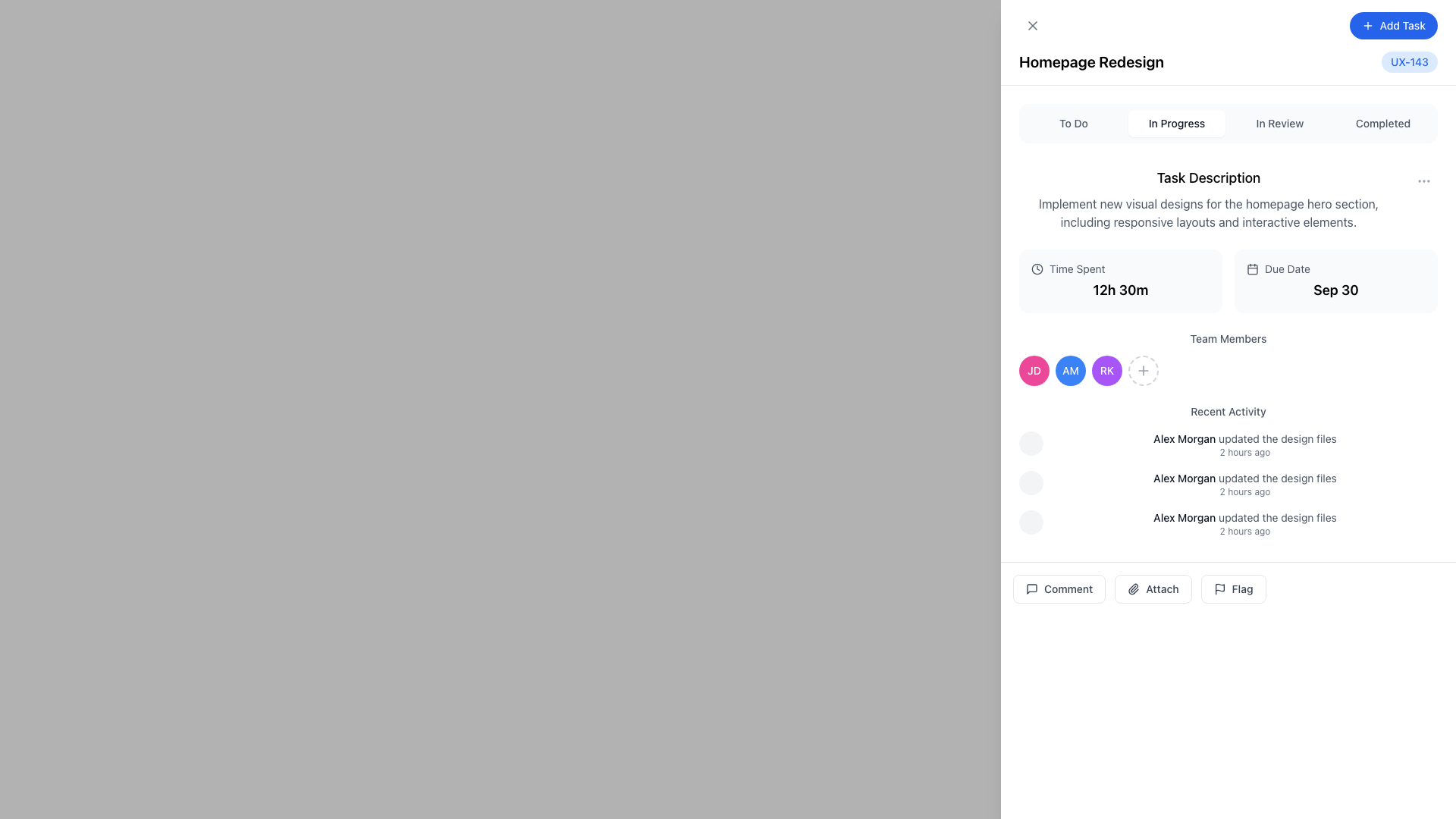  I want to click on the second avatar, so click(1069, 371).